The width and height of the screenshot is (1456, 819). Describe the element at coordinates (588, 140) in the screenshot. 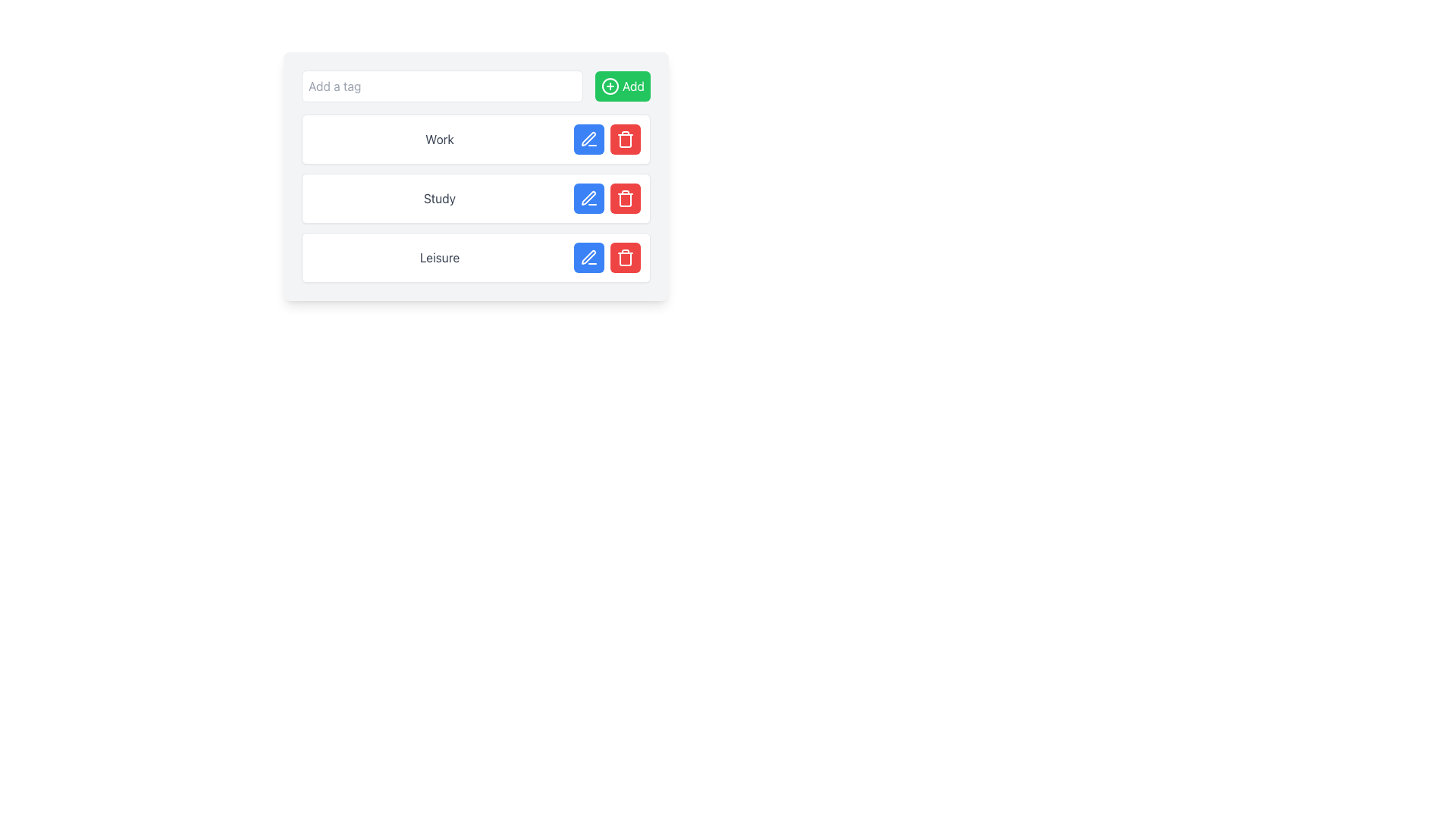

I see `the blue pen icon with white outlines located next to the 'Work' text in the second row of the vertical list to interact with the edit function` at that location.